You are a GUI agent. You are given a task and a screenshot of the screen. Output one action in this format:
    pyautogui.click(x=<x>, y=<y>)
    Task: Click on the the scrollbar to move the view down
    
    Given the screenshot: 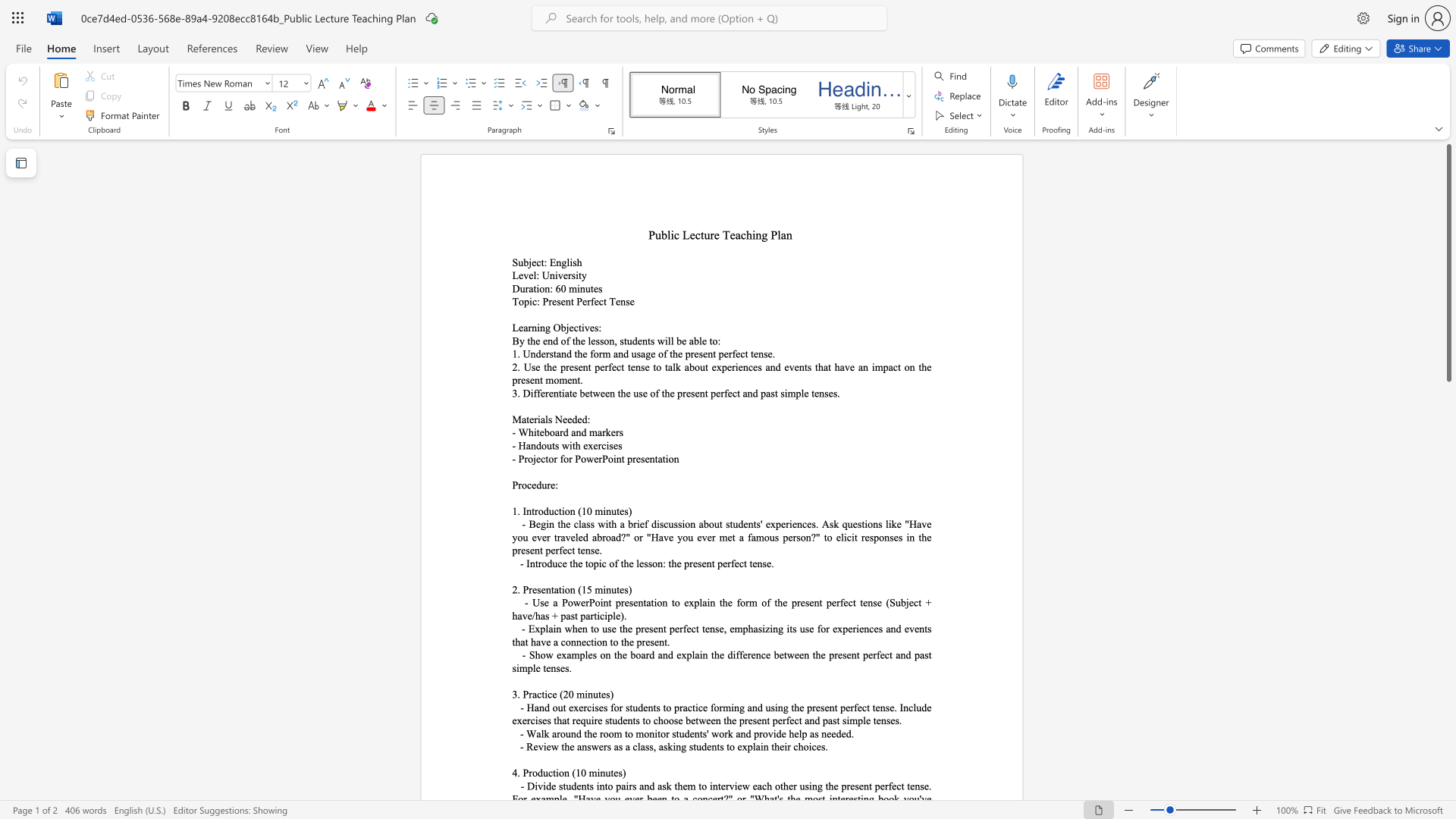 What is the action you would take?
    pyautogui.click(x=1448, y=424)
    